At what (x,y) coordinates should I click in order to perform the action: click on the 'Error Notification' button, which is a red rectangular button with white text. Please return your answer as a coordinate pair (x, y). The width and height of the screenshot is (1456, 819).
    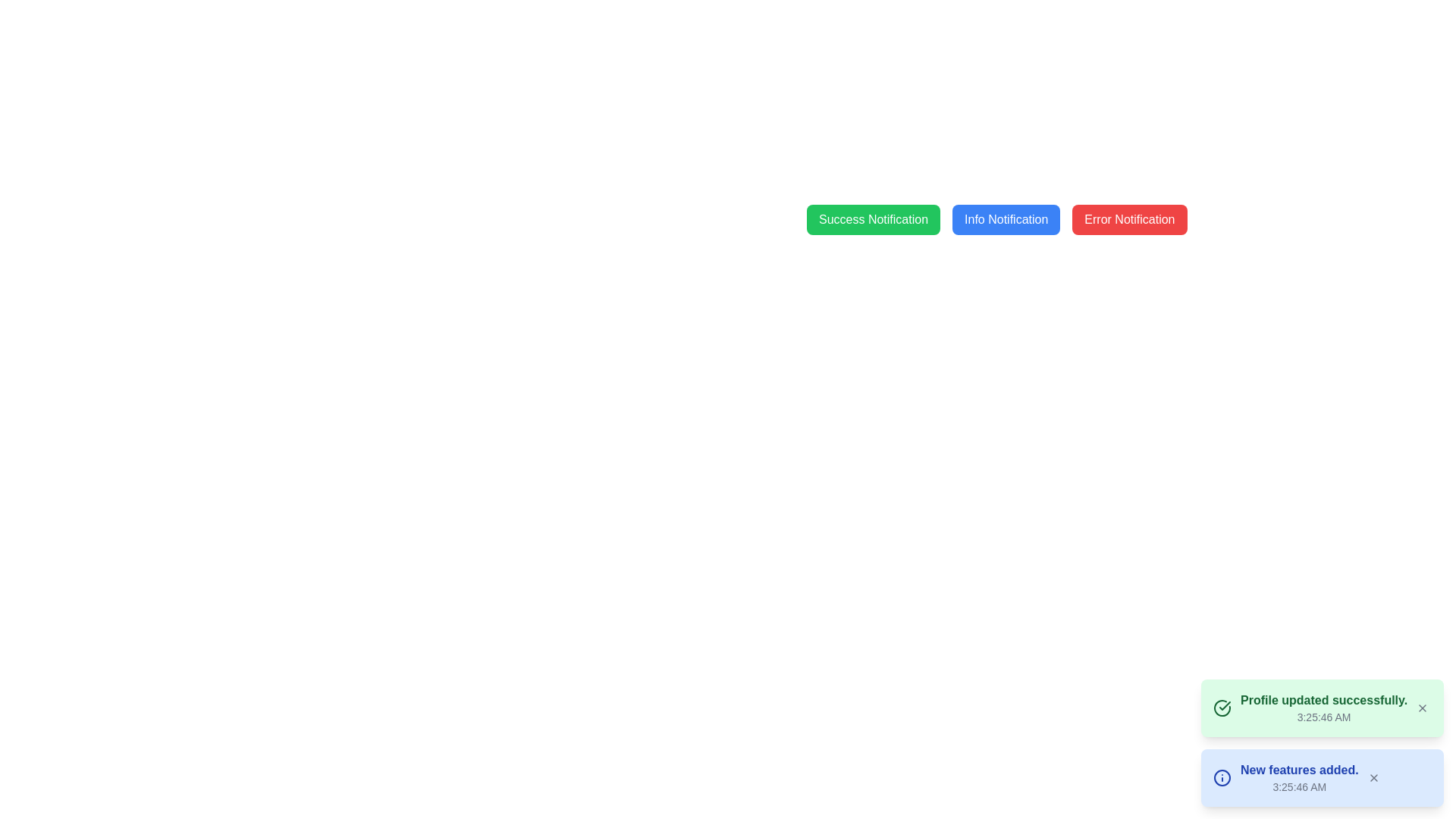
    Looking at the image, I should click on (1129, 219).